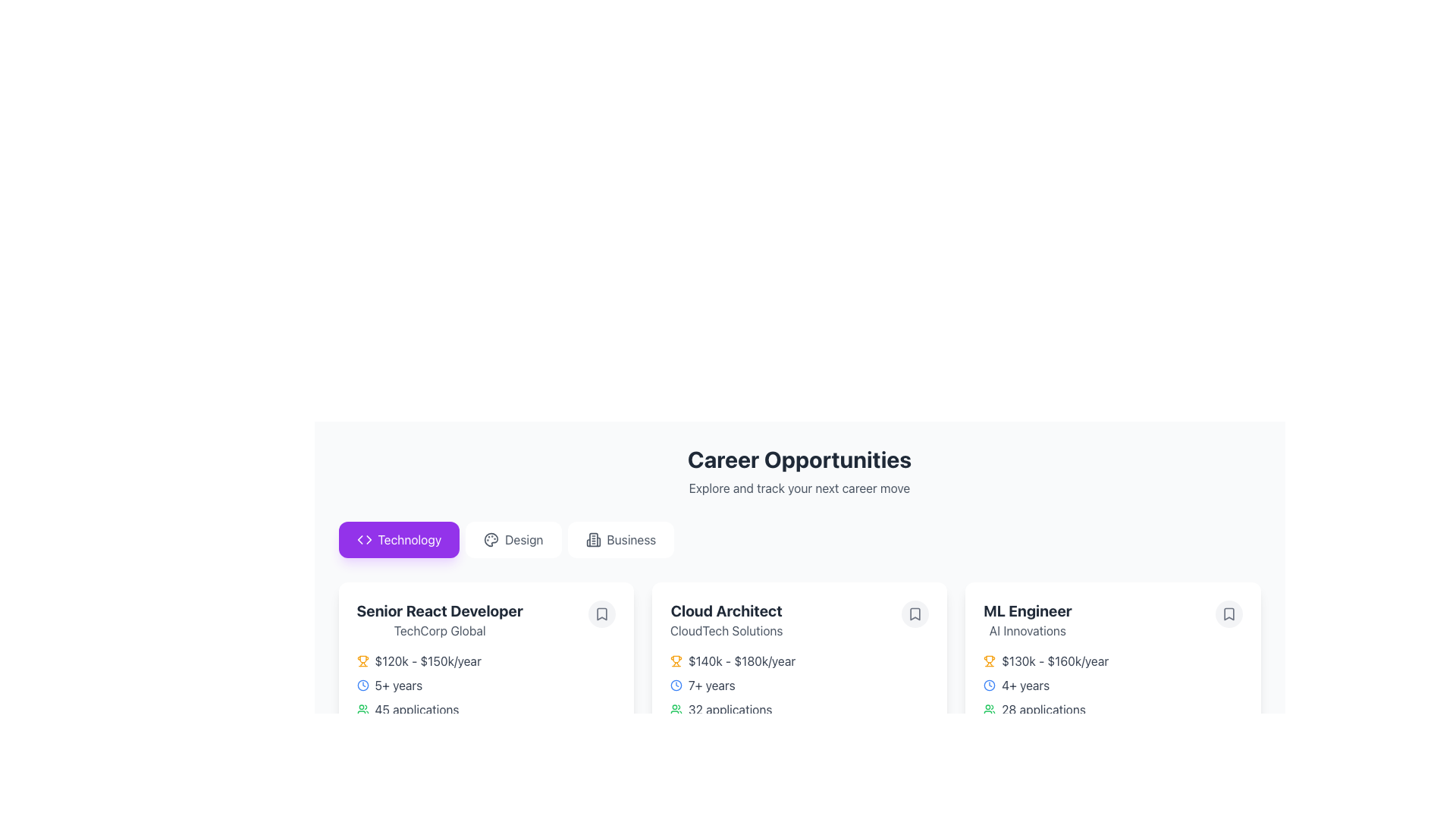 This screenshot has height=819, width=1456. Describe the element at coordinates (620, 539) in the screenshot. I see `the third button in the horizontal row labeled 'Business'` at that location.